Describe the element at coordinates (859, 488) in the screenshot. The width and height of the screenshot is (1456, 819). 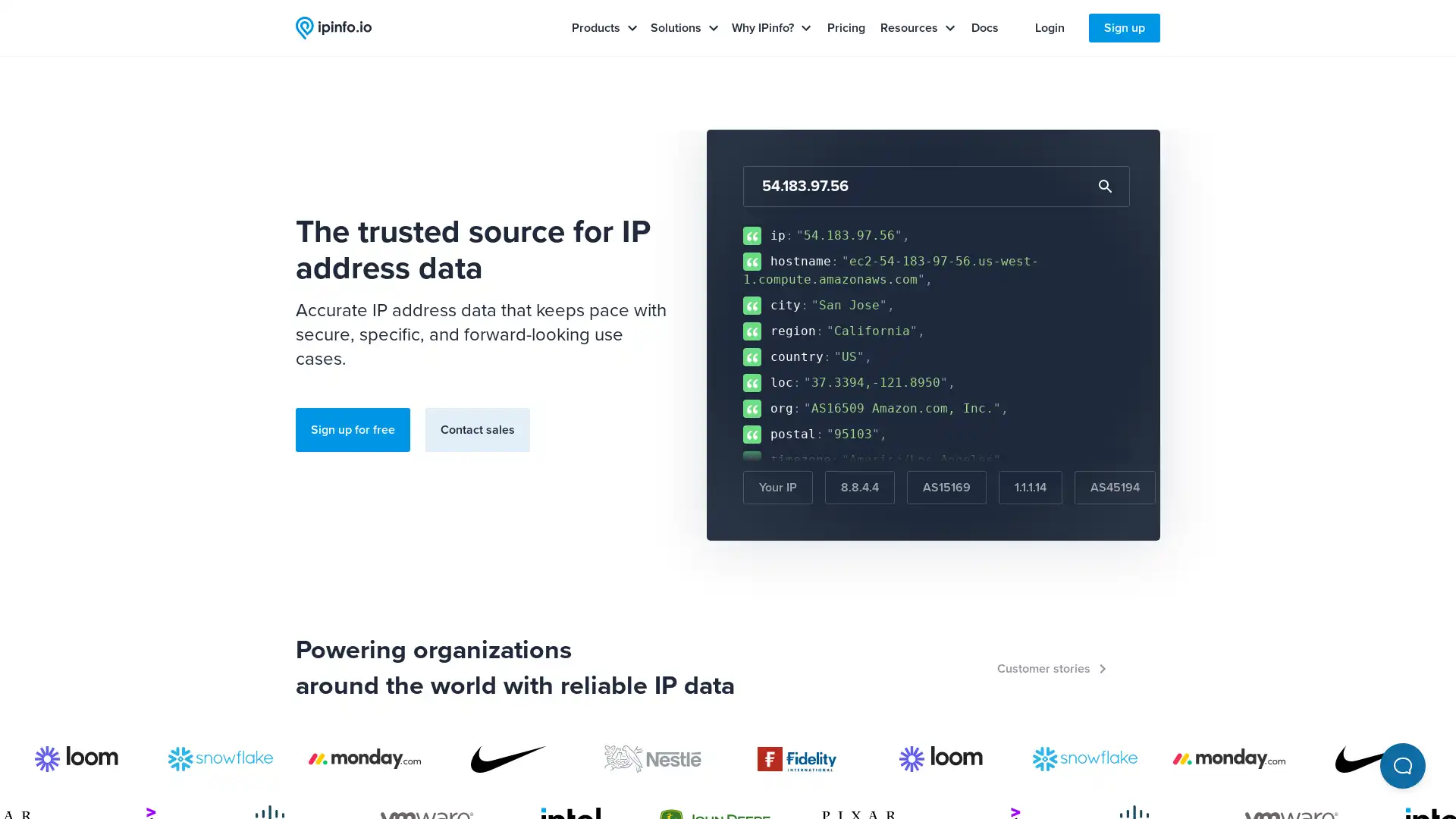
I see `8.8.4.4` at that location.